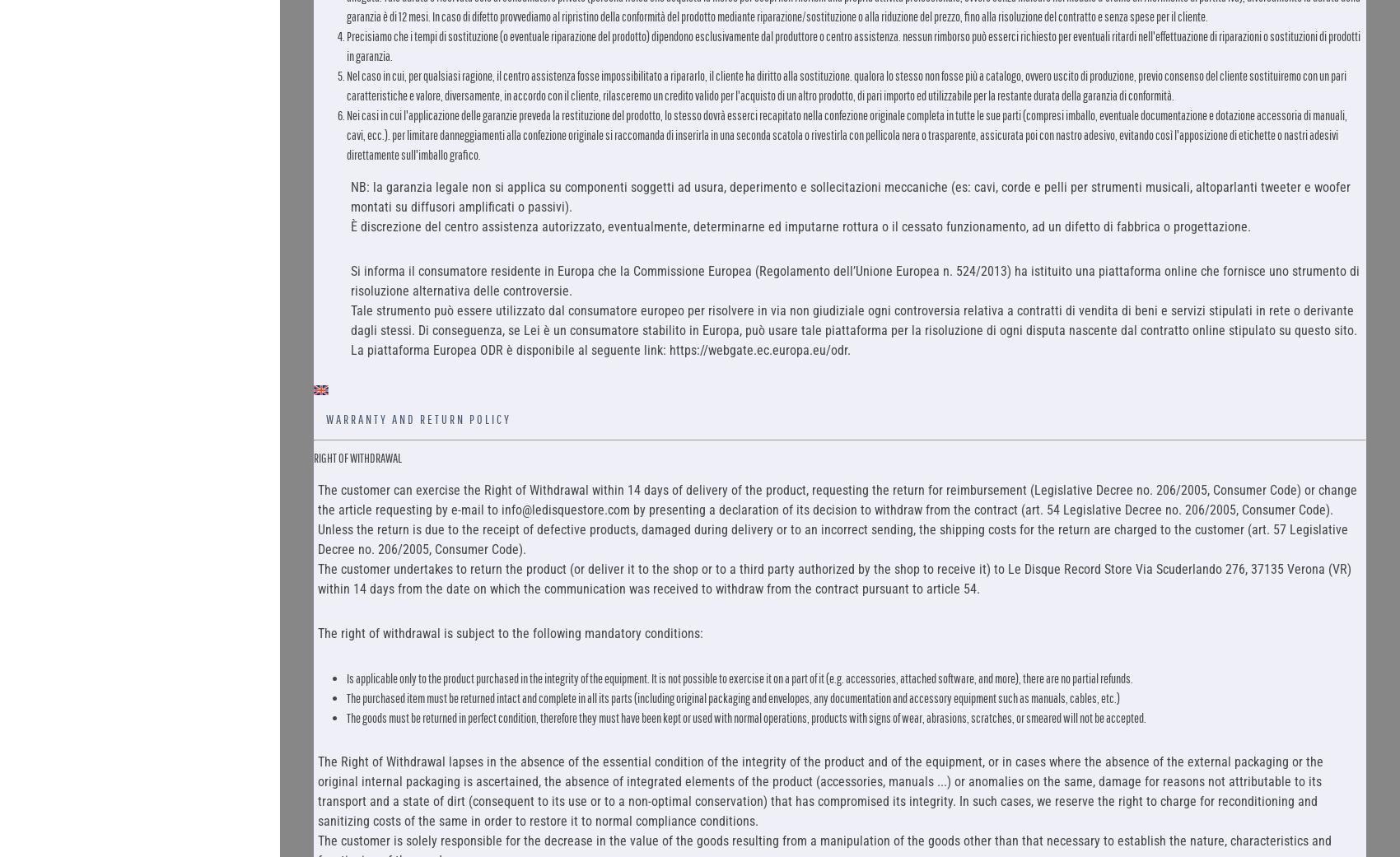  I want to click on 'Tale strumento può essere utilizzato dal consumatore europeo per risolvere in via non giudiziale ogni controversia relativa a contratti di vendita di beni
e servizi stipulati in rete o derivante dagli stessi. Di conseguenza, se Lei è un consumatore stabilito in Europa, può usare tale piattaforma per la risoluzione di ogni disputa nascente dal contratto online stipulato su questo sito. La piattaforma Europea ODR è disponibile al seguente link: https://webgate.ec.europa.eu/odr.', so click(852, 329).